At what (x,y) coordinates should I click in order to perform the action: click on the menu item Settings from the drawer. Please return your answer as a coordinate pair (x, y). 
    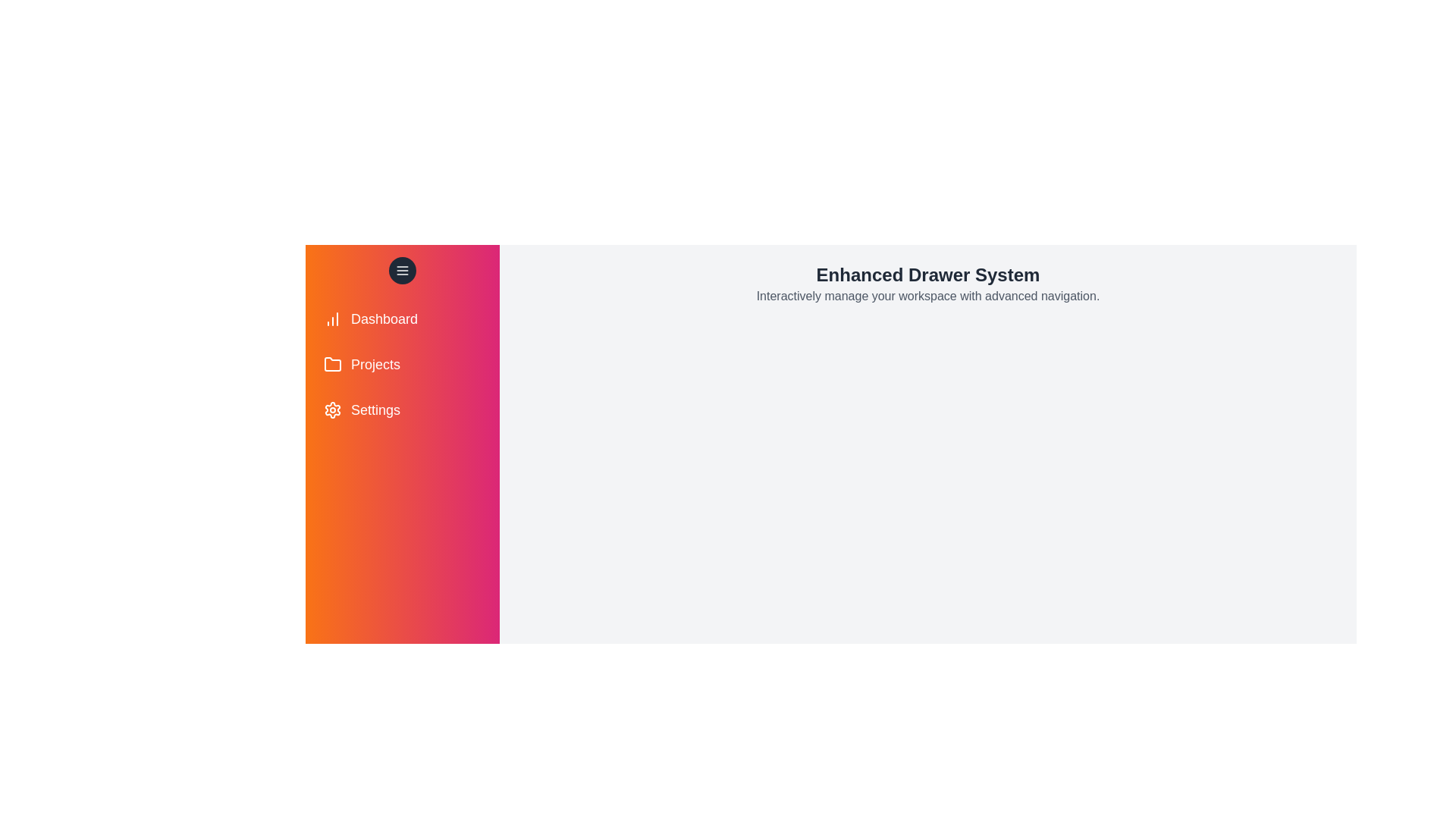
    Looking at the image, I should click on (403, 409).